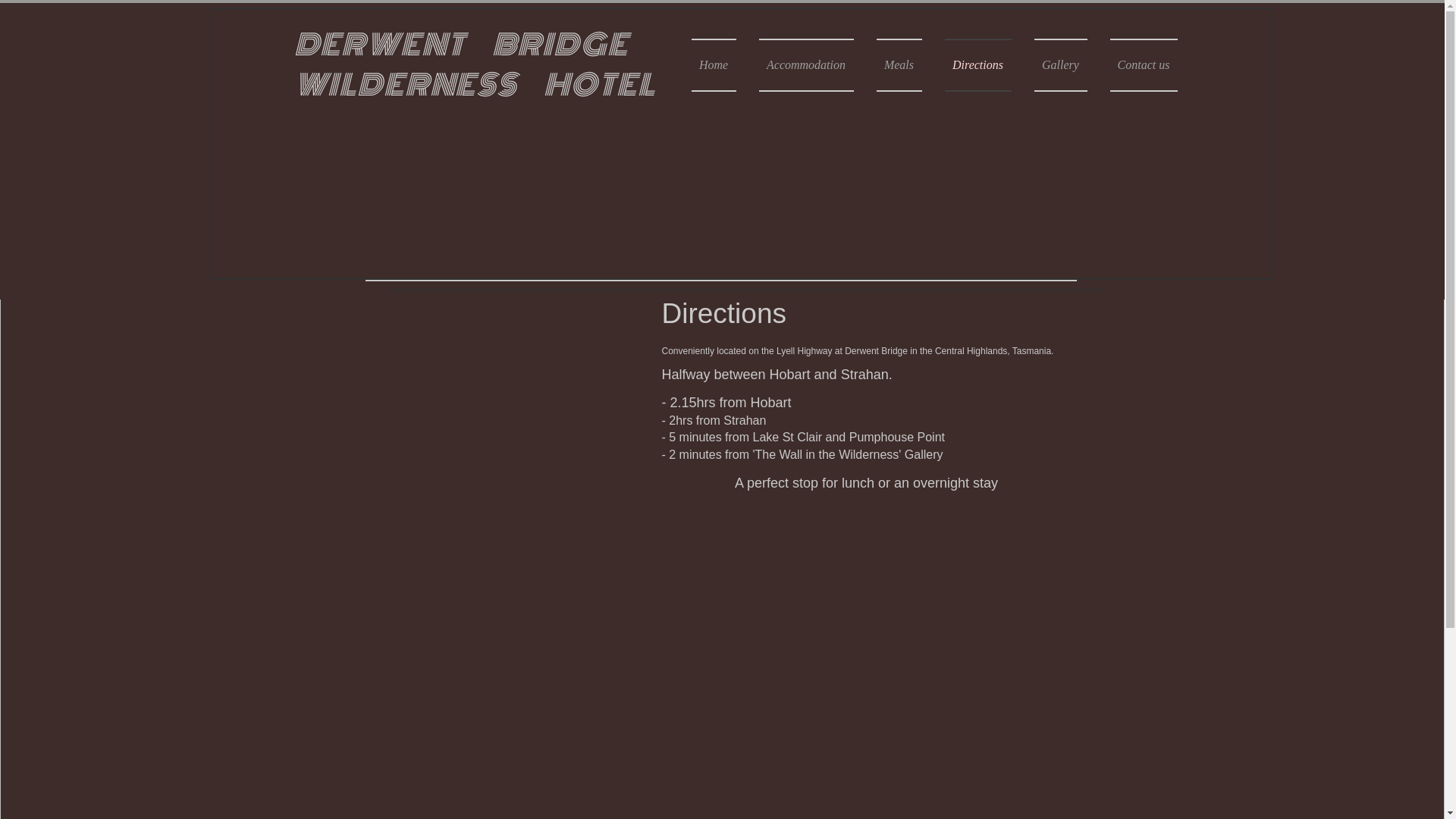 The image size is (1456, 819). I want to click on 'Directions', so click(977, 64).